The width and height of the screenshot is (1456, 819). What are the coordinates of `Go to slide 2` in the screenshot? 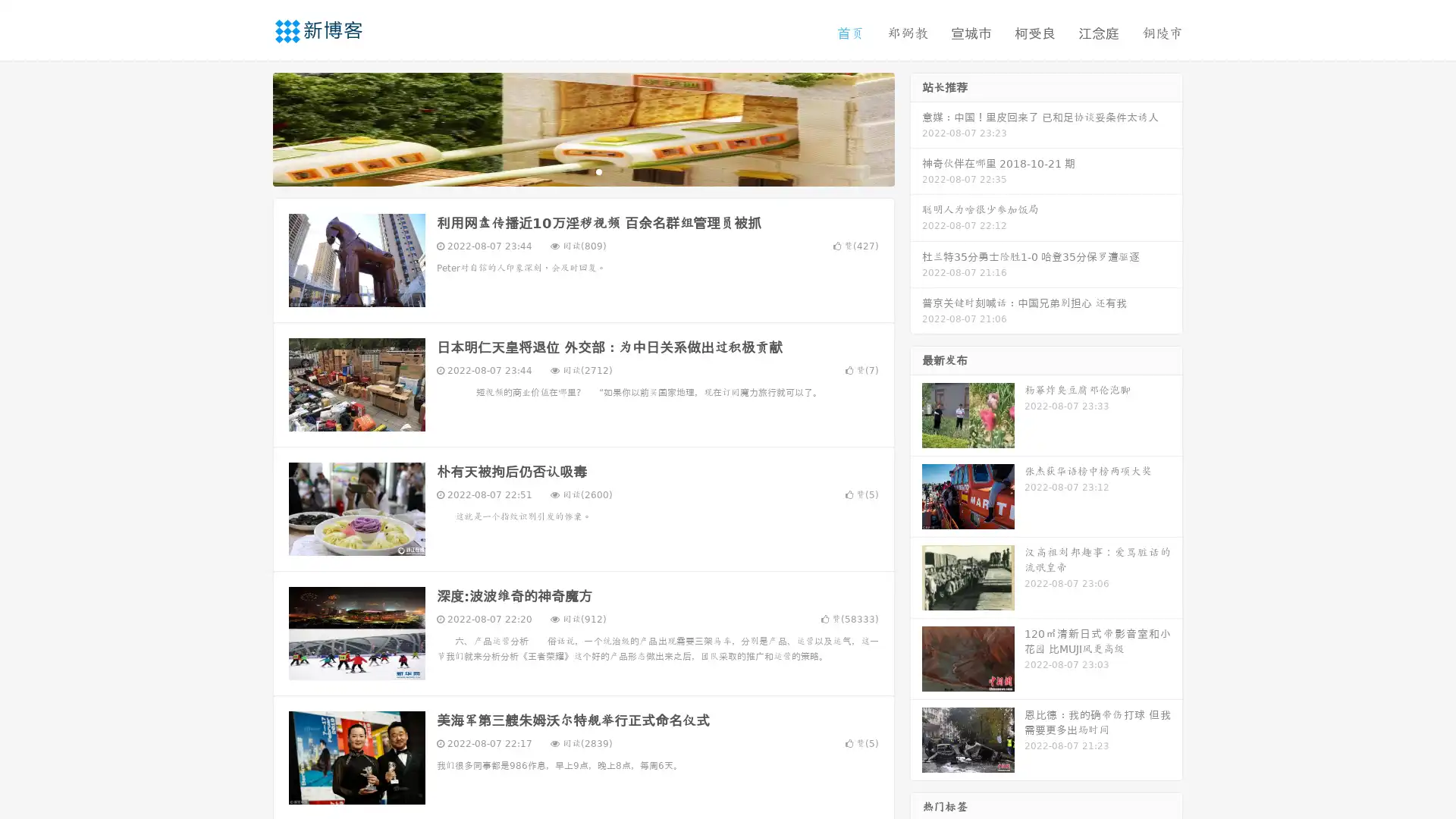 It's located at (582, 171).